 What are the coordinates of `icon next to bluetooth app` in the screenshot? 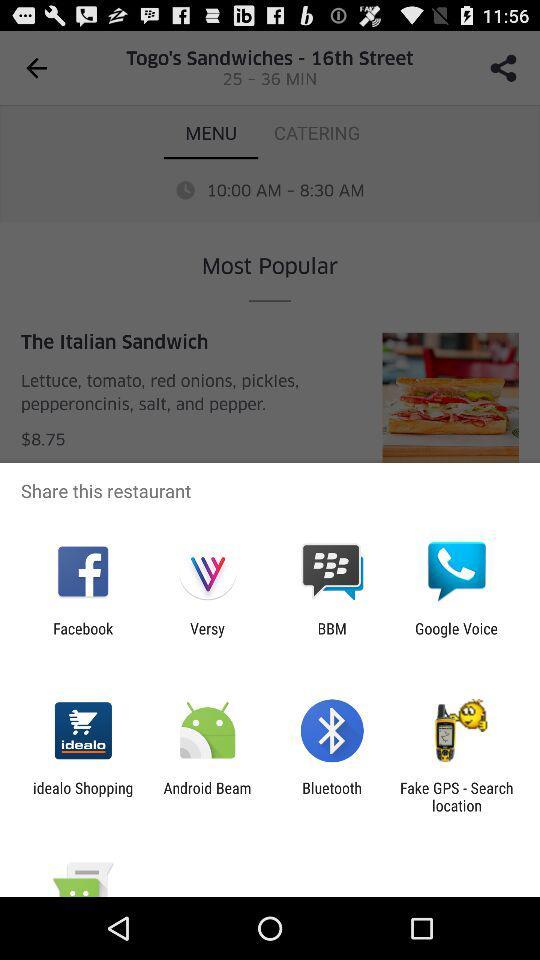 It's located at (456, 796).